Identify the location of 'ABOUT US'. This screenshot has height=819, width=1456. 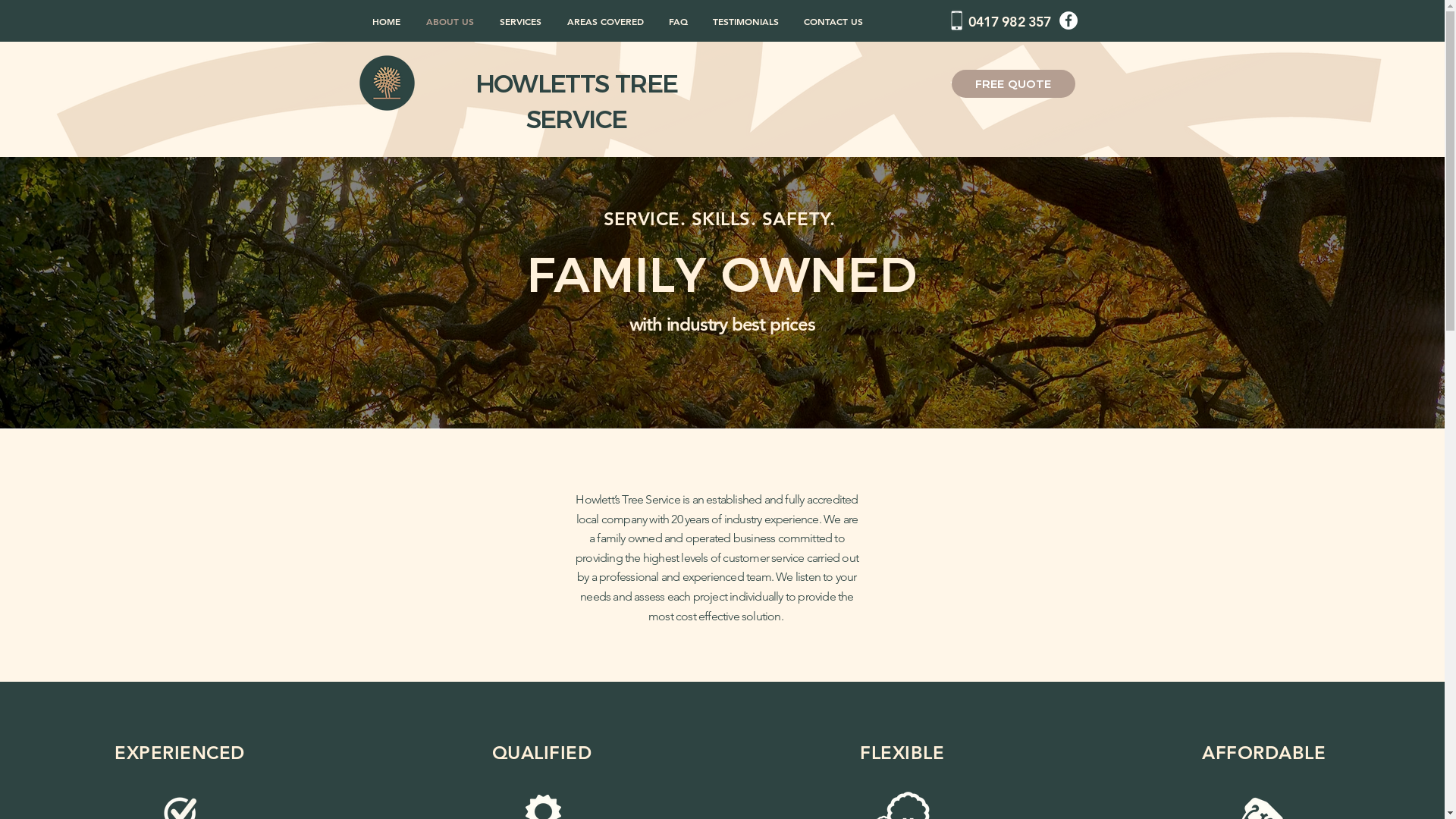
(448, 21).